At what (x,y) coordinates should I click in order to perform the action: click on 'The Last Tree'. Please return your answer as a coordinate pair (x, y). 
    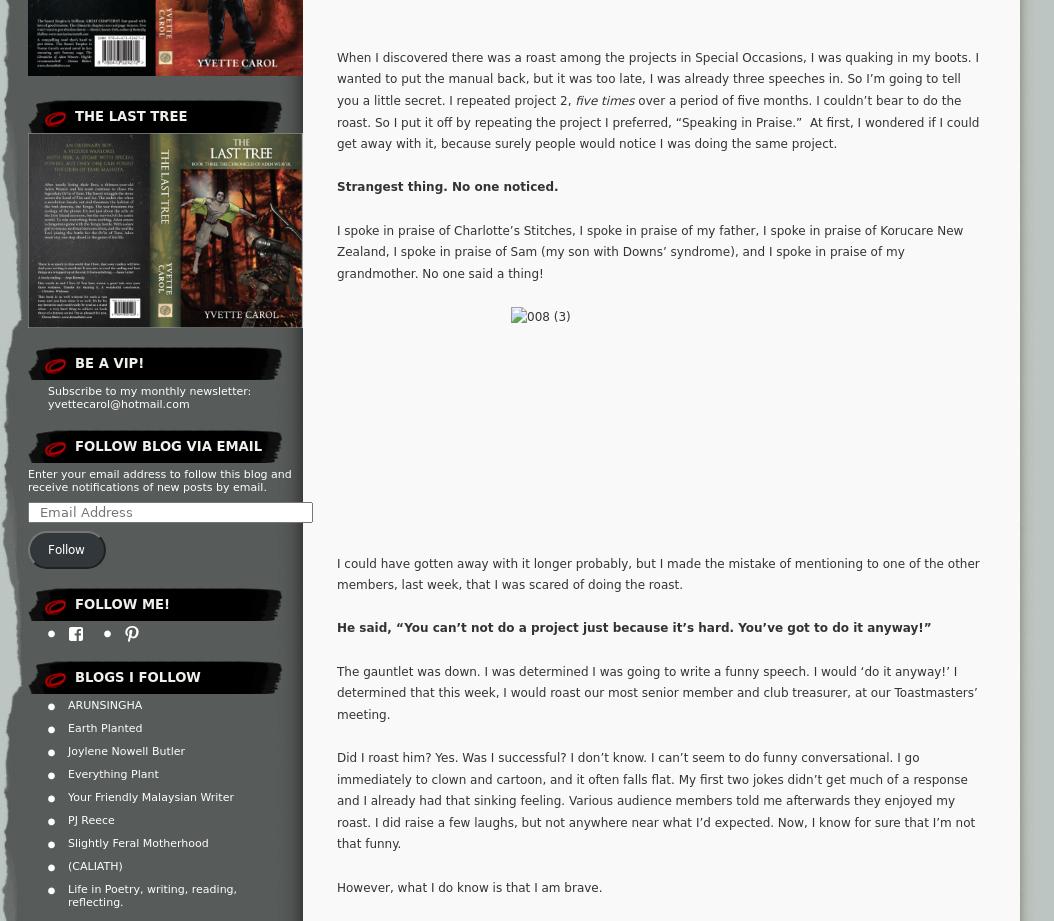
    Looking at the image, I should click on (131, 115).